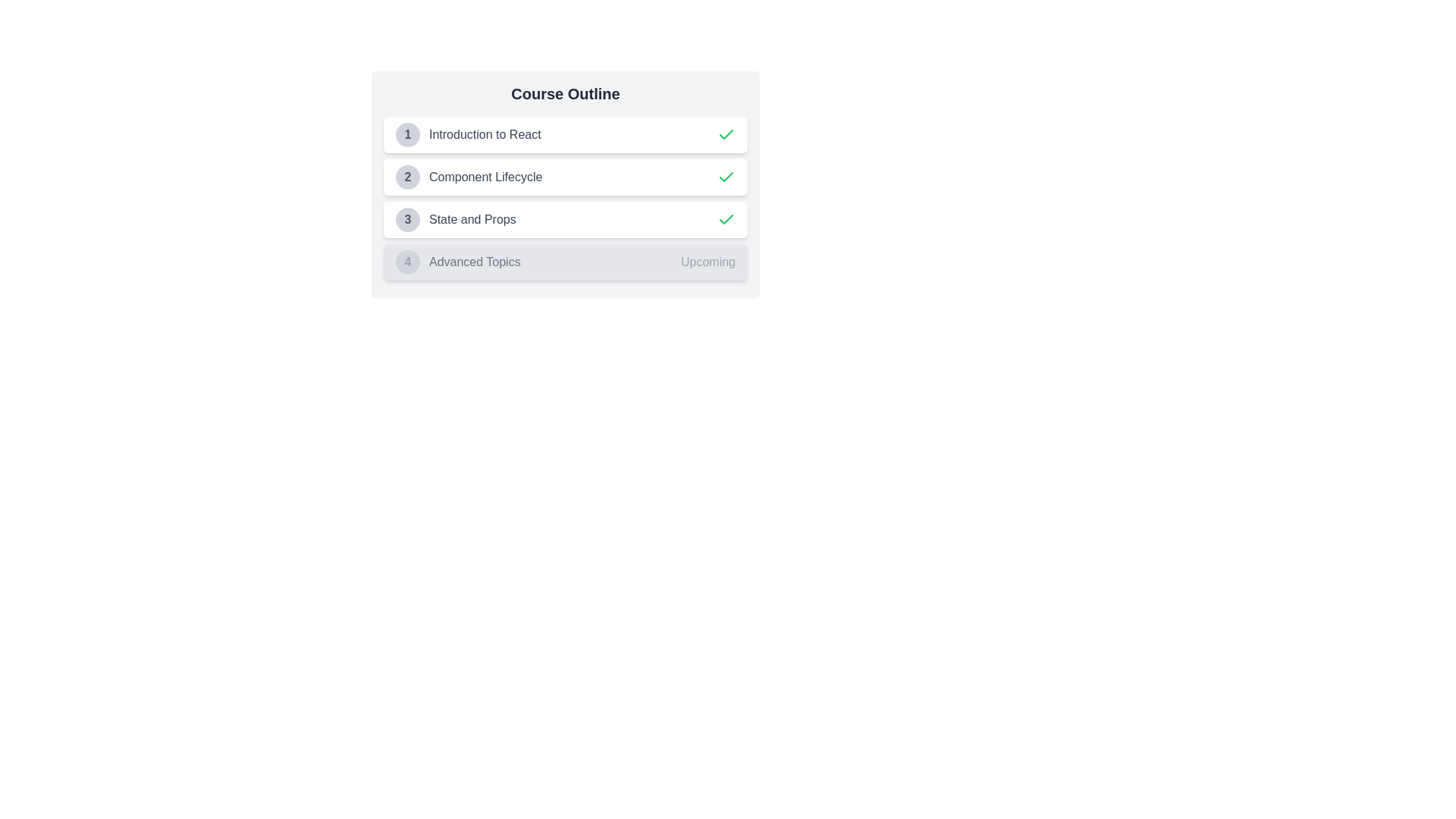 This screenshot has height=819, width=1456. I want to click on the button that serves as a visual indicator for the 'Component Lifecycle' section in the course outline list, so click(407, 177).